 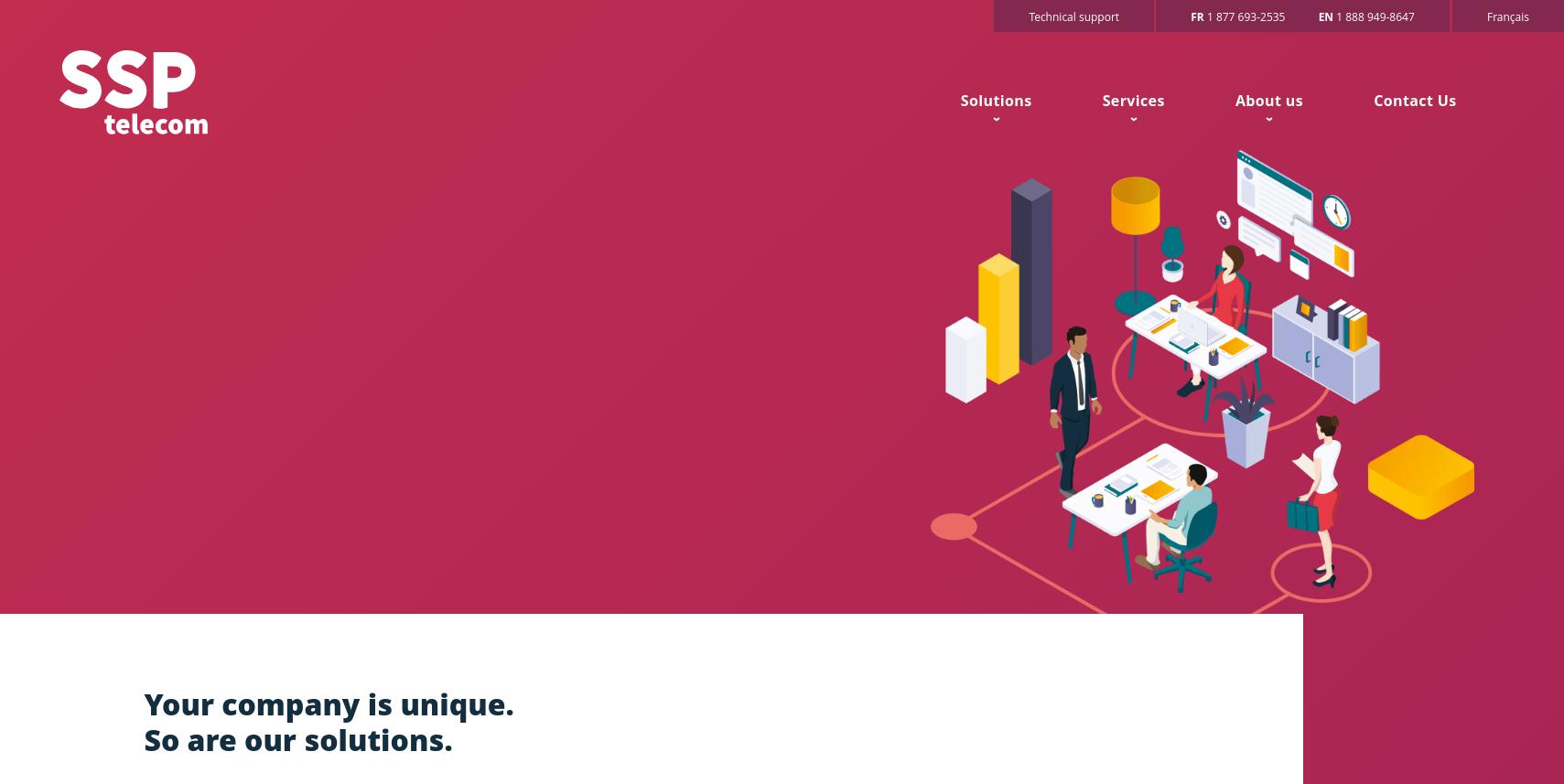 I want to click on 'Solutions', so click(x=995, y=101).